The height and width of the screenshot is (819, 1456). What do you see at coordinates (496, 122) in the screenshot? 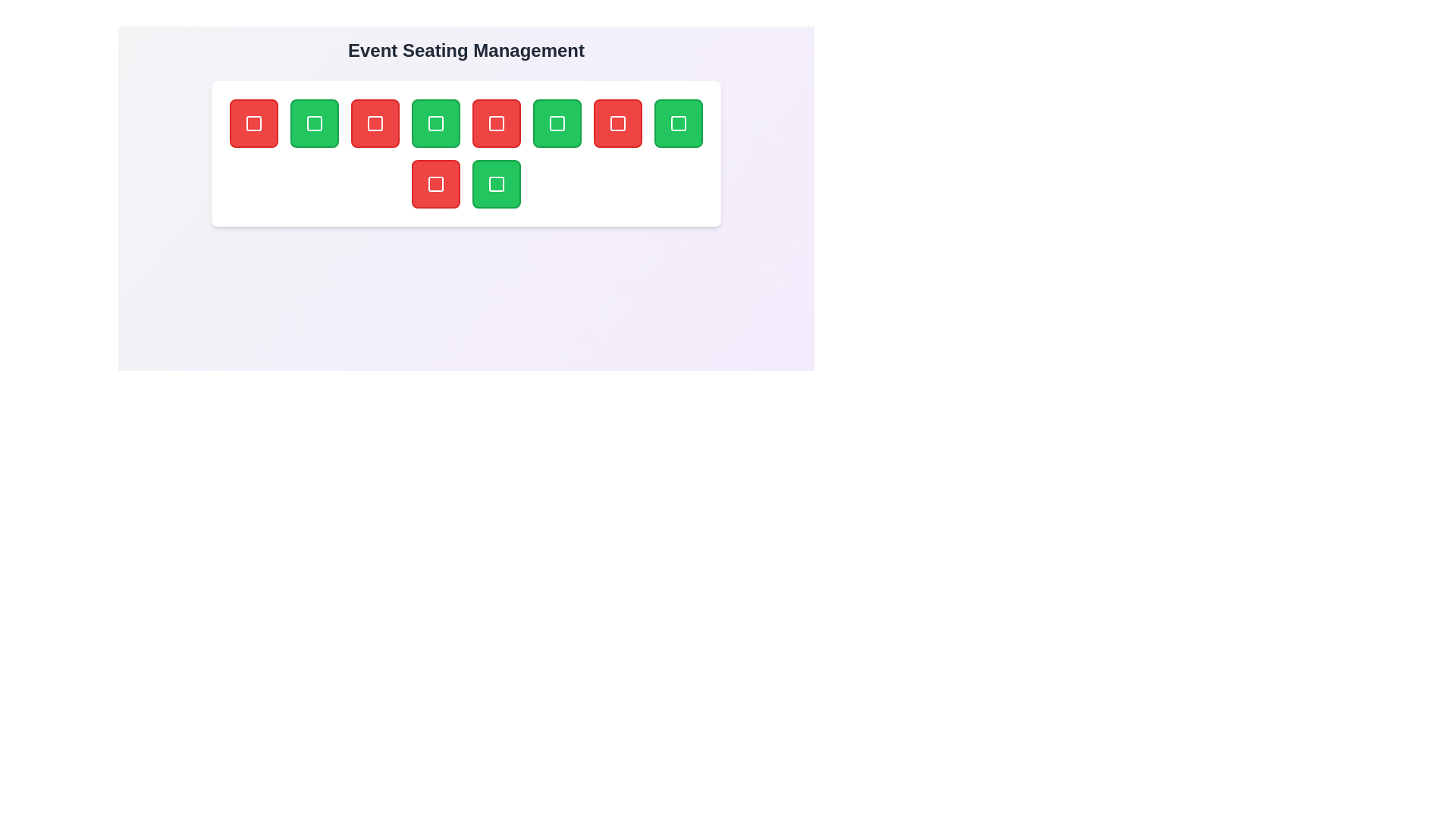
I see `the fifth interactive selectable button representing a seat` at bounding box center [496, 122].